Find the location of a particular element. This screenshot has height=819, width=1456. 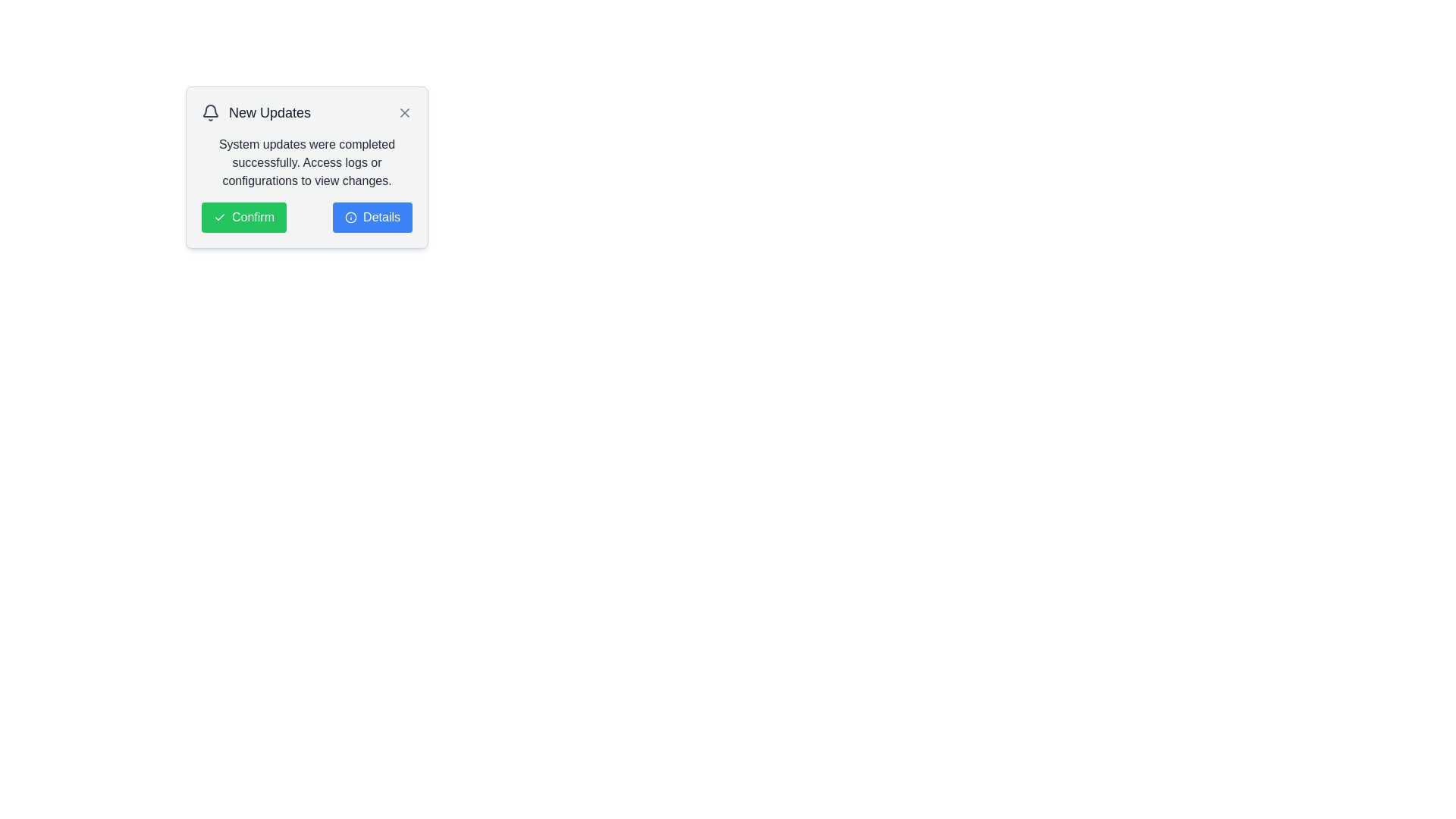

the notification icon located at the top left corner of the notification box, next to the text 'New Updates' is located at coordinates (210, 112).